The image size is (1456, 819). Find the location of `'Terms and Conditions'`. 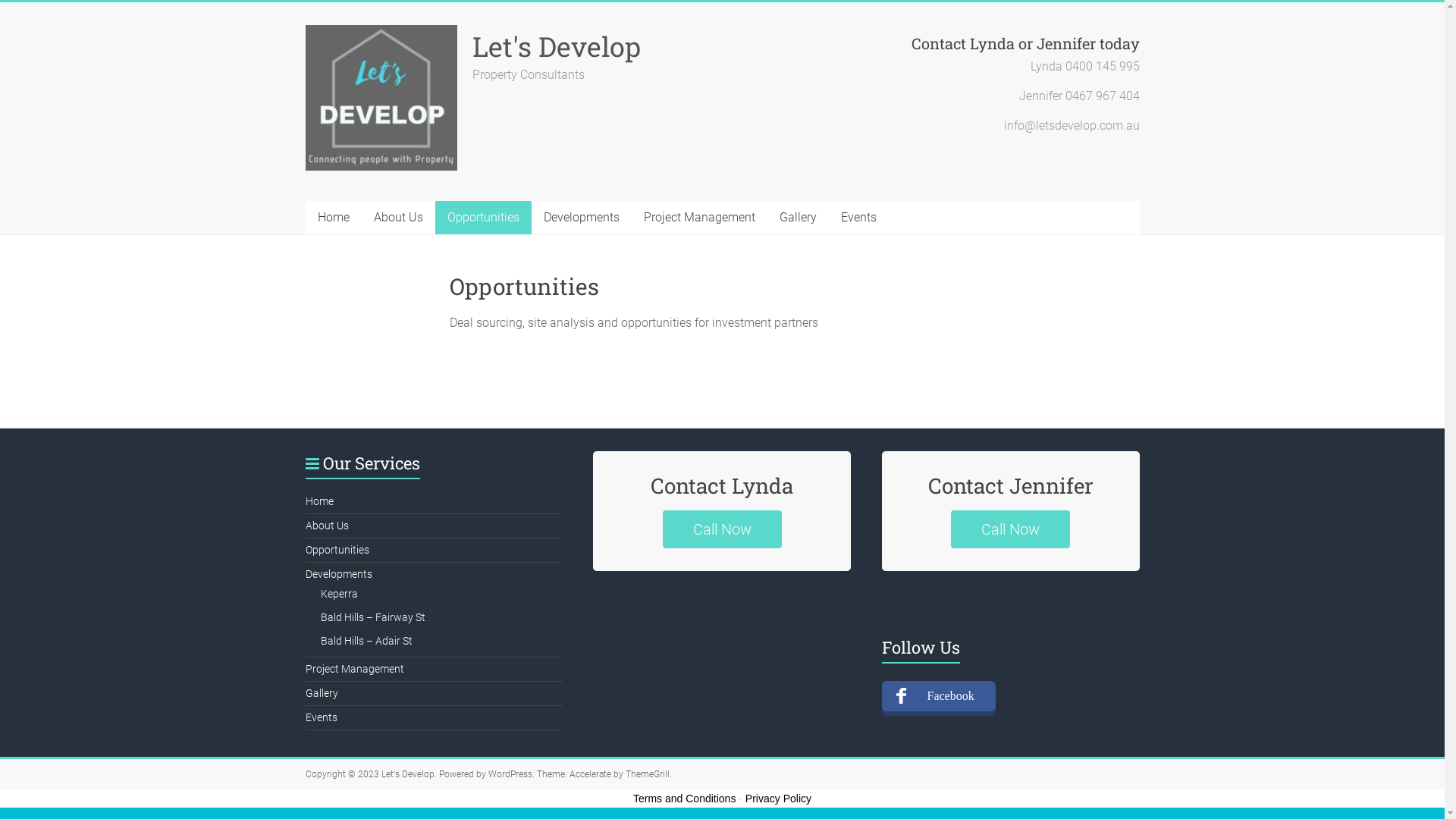

'Terms and Conditions' is located at coordinates (683, 798).